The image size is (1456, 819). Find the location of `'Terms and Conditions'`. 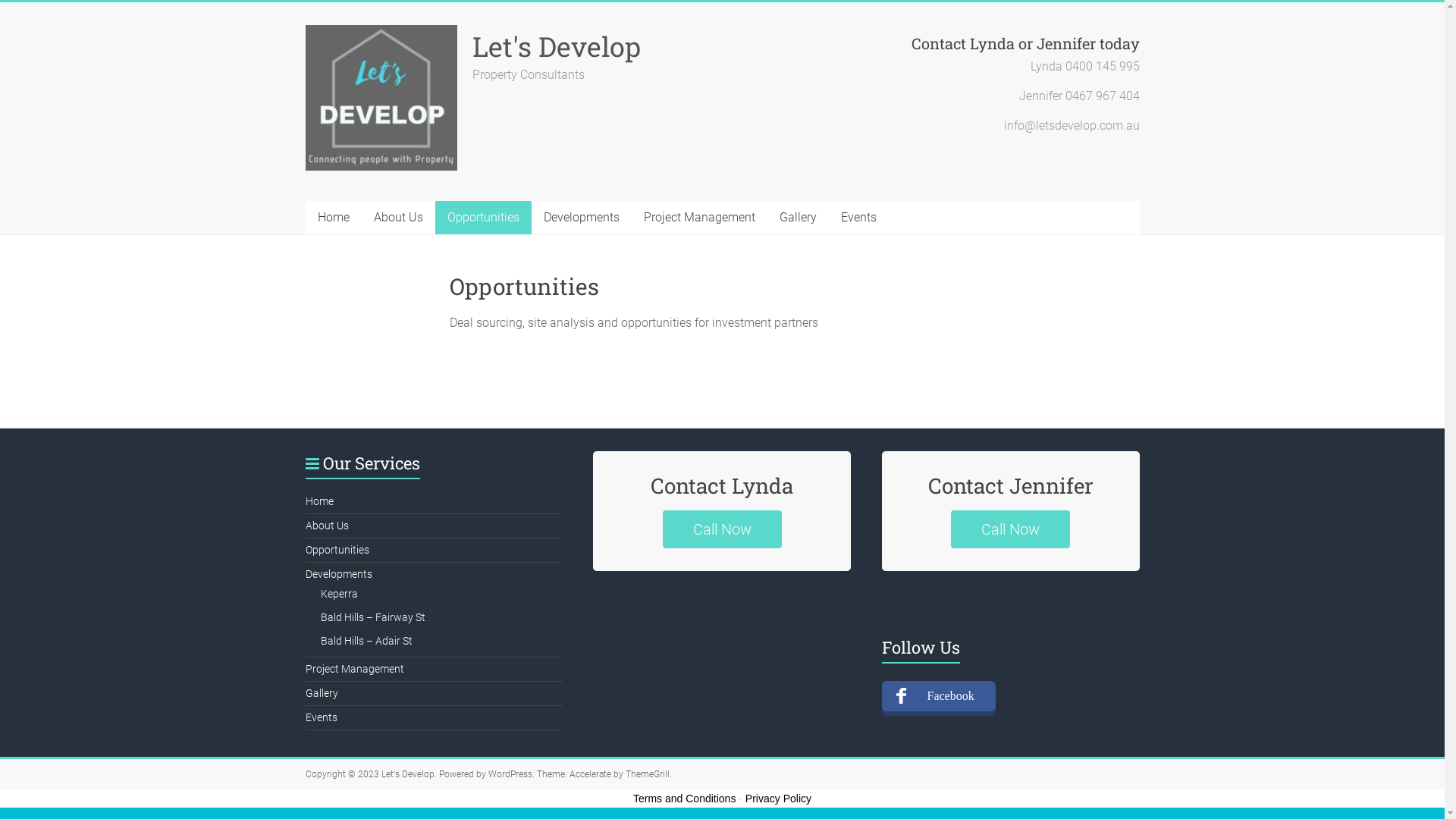

'Terms and Conditions' is located at coordinates (683, 798).